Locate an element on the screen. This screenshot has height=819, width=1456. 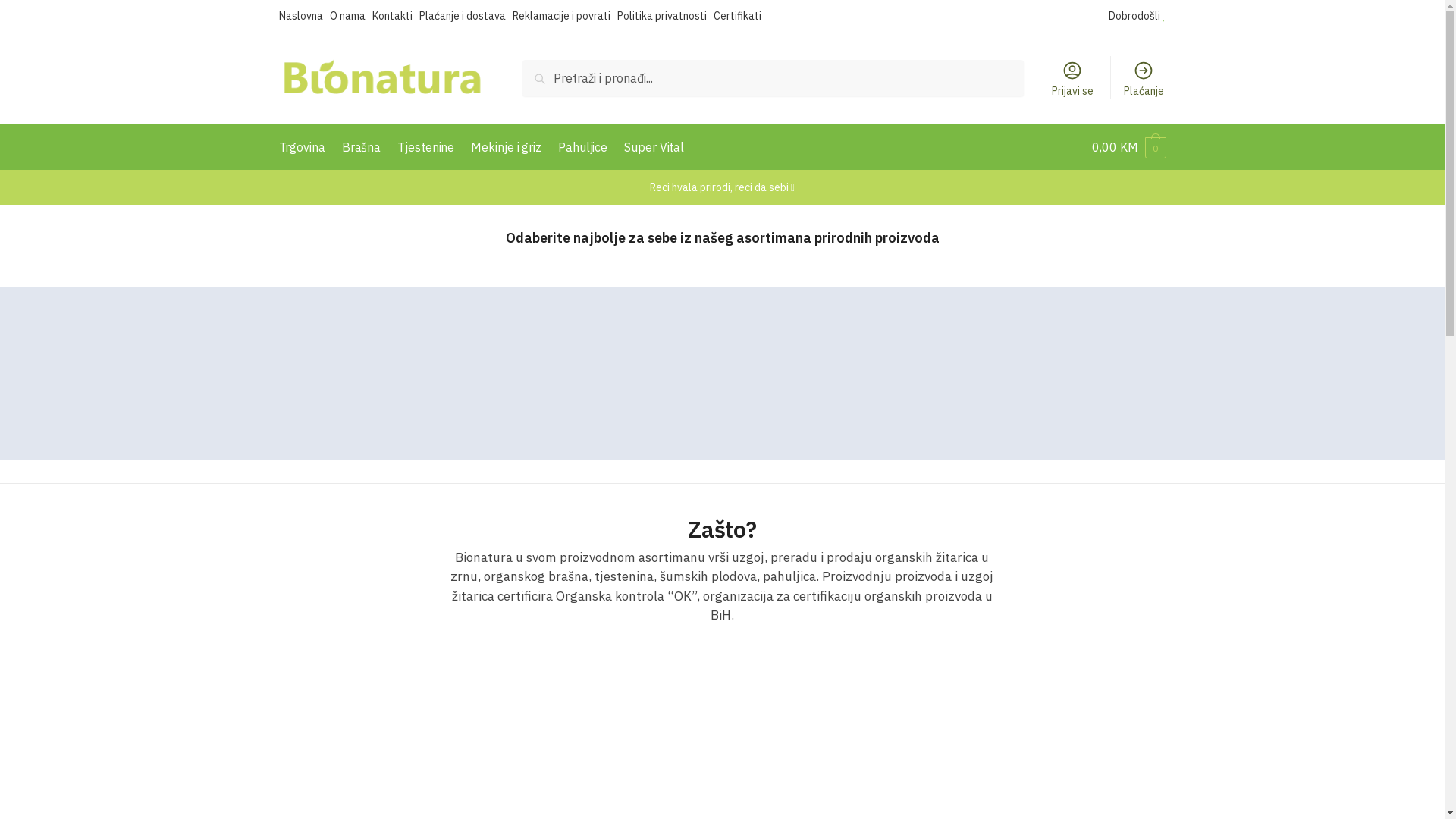
'Mekinje i griz' is located at coordinates (464, 146).